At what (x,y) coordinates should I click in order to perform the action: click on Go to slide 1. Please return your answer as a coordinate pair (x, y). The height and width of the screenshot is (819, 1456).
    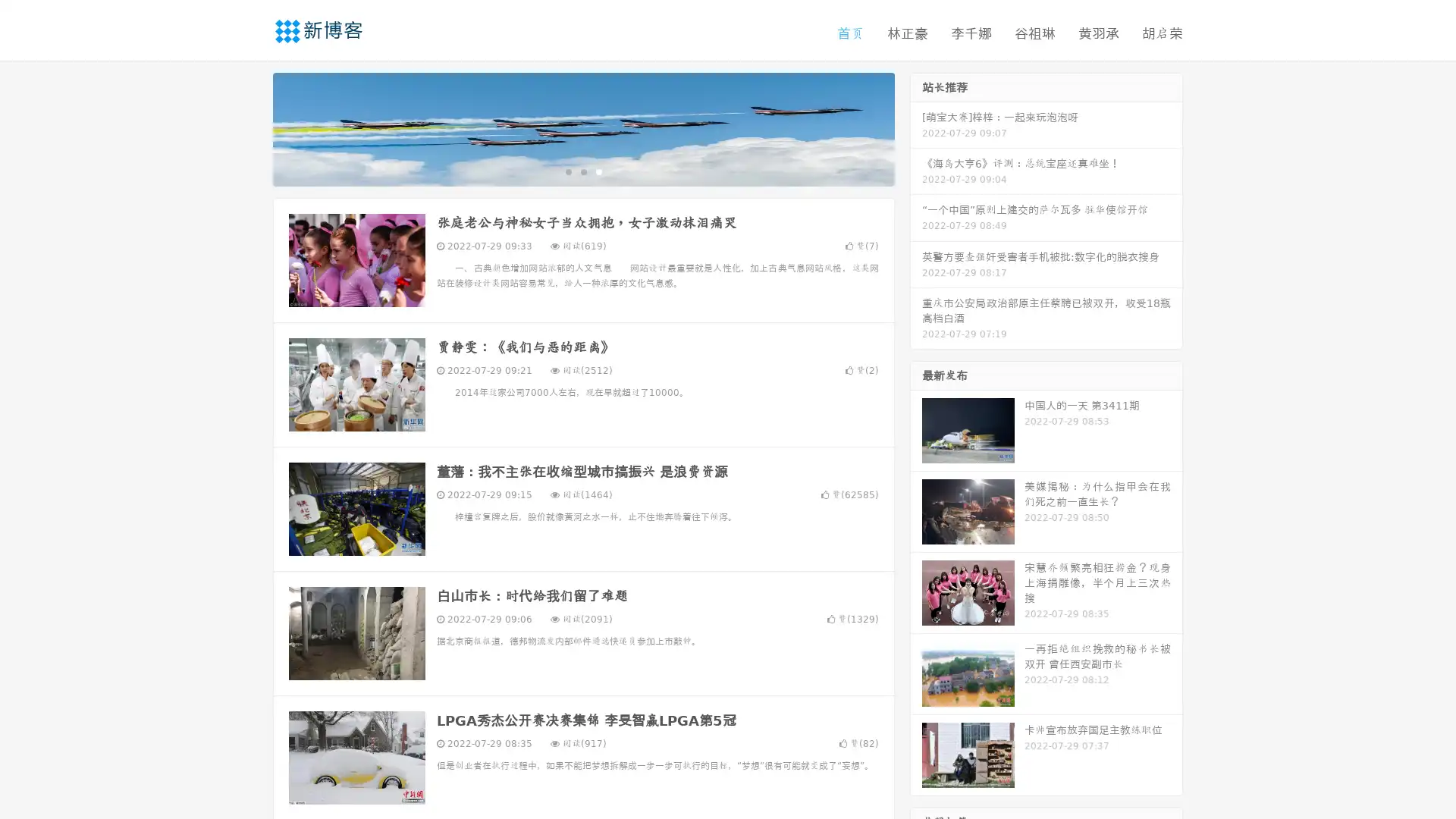
    Looking at the image, I should click on (567, 171).